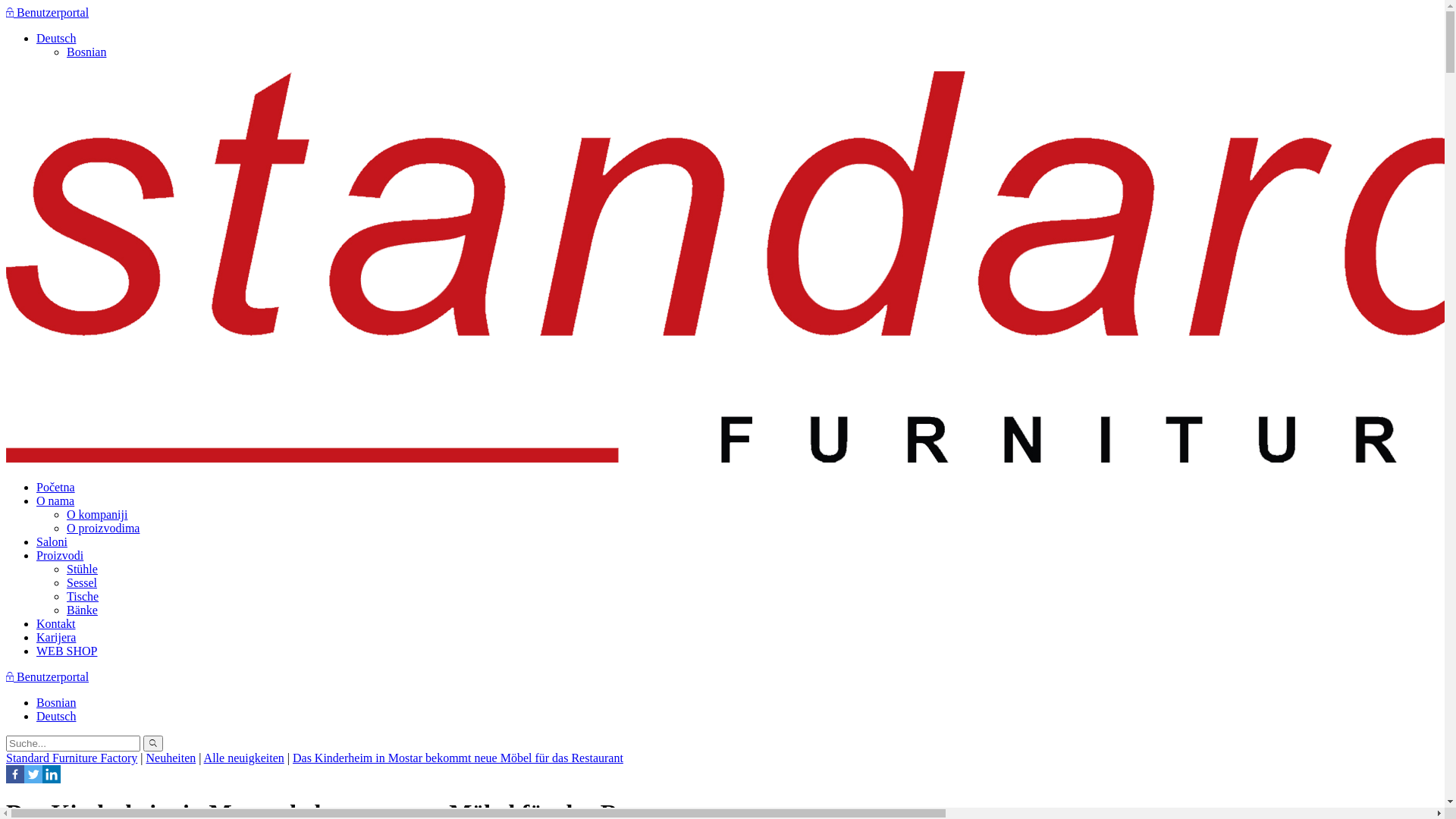  Describe the element at coordinates (59, 555) in the screenshot. I see `'Proizvodi'` at that location.